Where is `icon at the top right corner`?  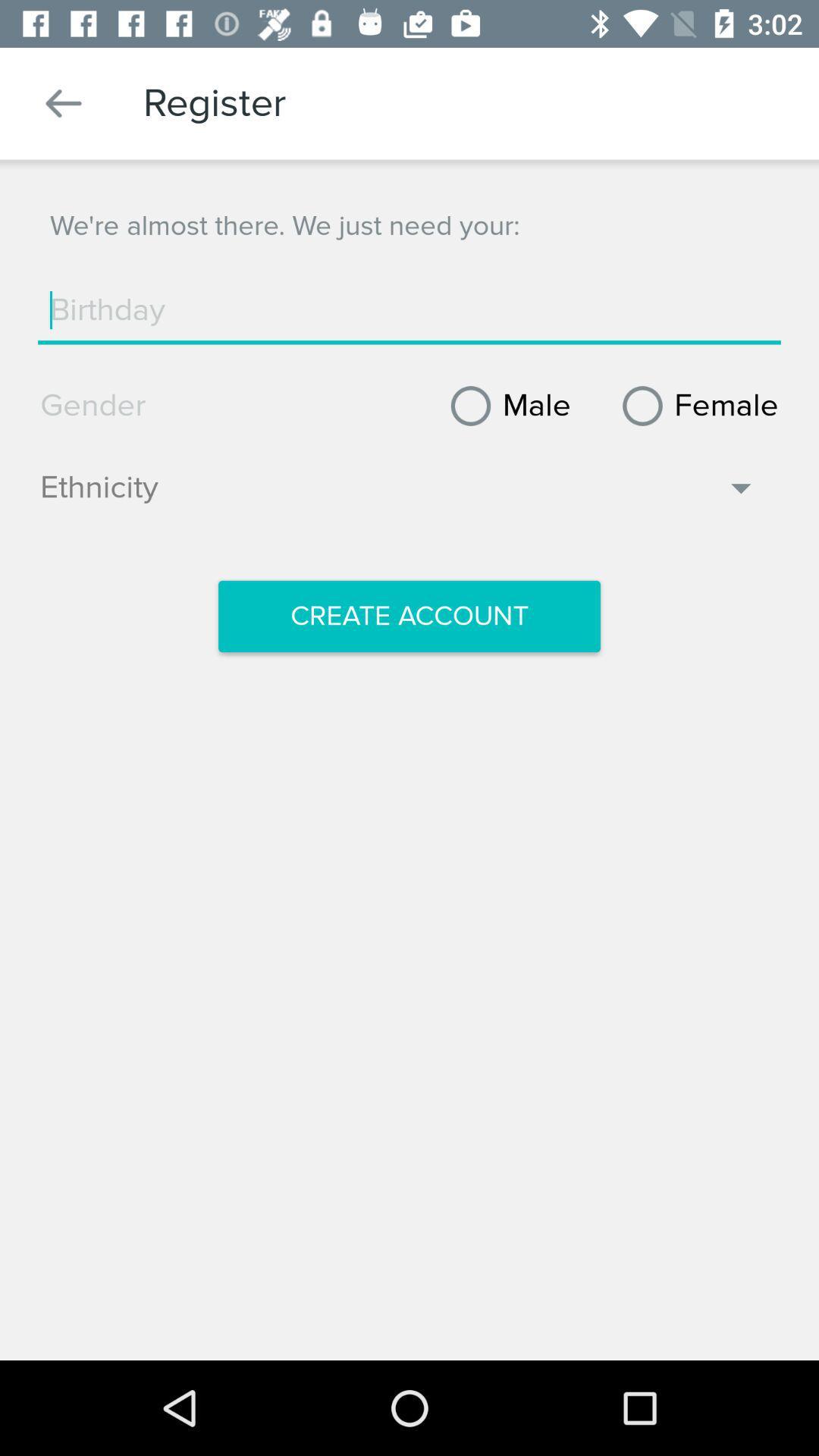 icon at the top right corner is located at coordinates (695, 406).